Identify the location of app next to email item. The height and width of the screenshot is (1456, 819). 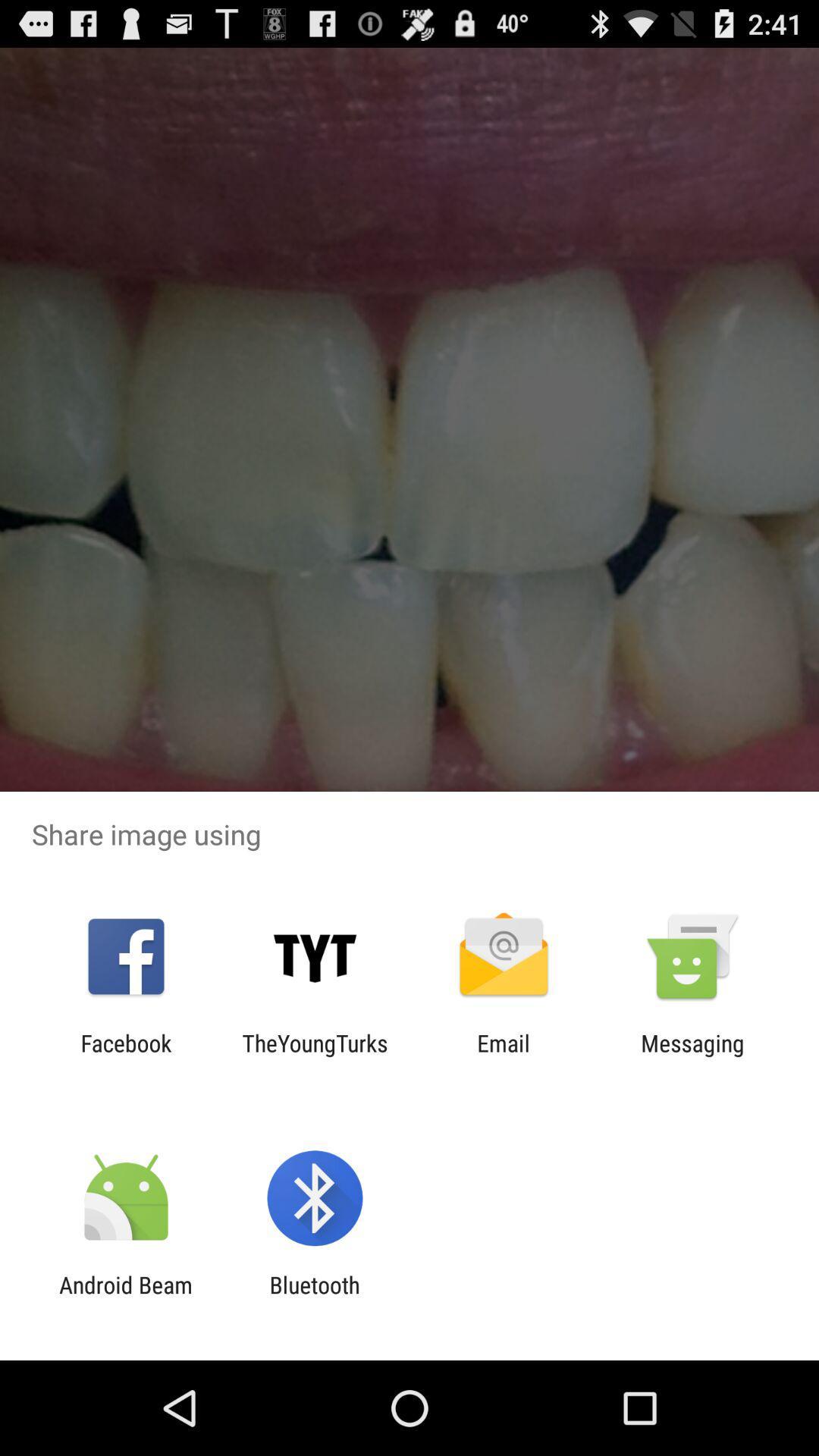
(692, 1056).